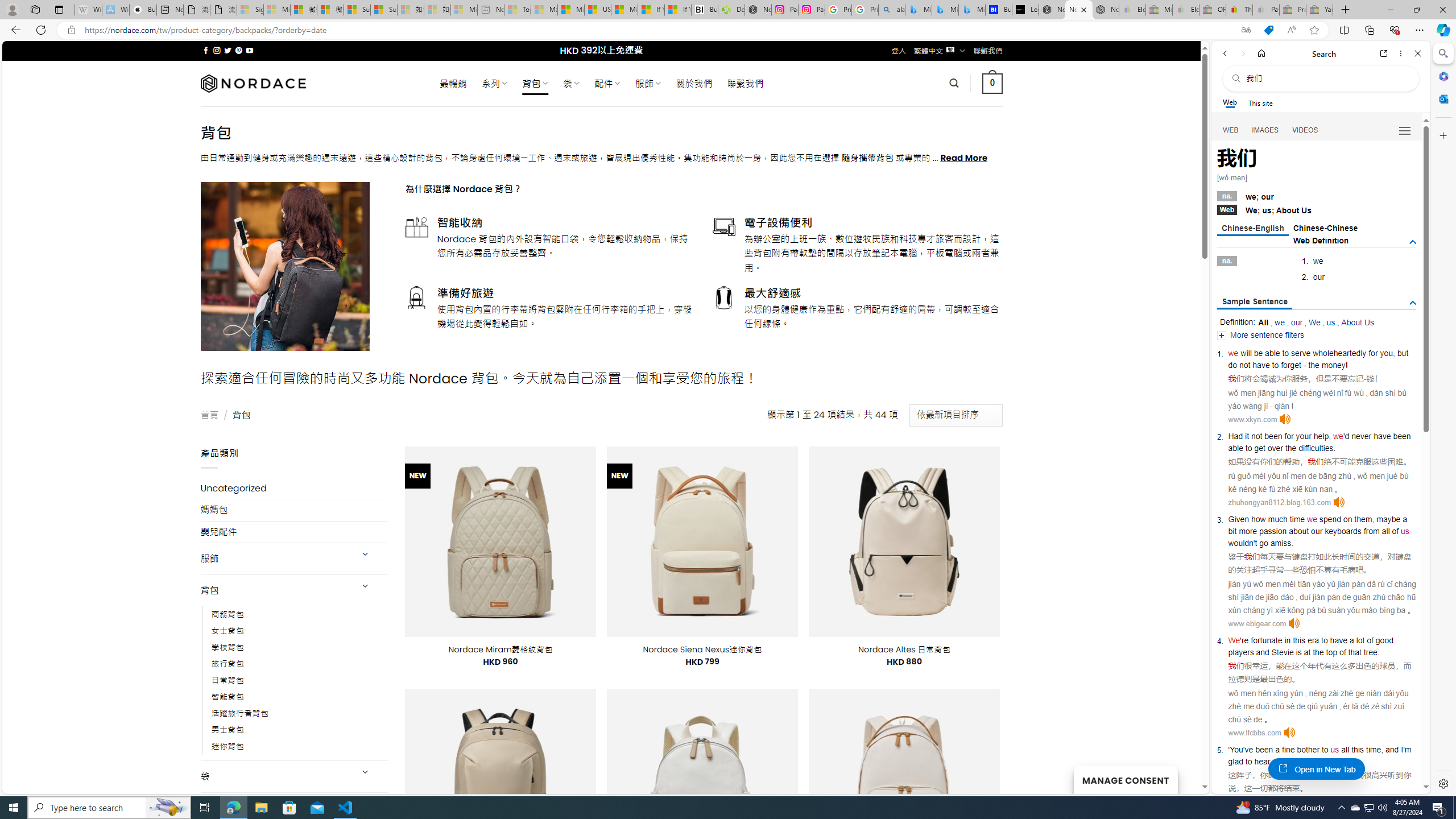 This screenshot has height=819, width=1456. Describe the element at coordinates (1259, 102) in the screenshot. I see `'This site scope'` at that location.